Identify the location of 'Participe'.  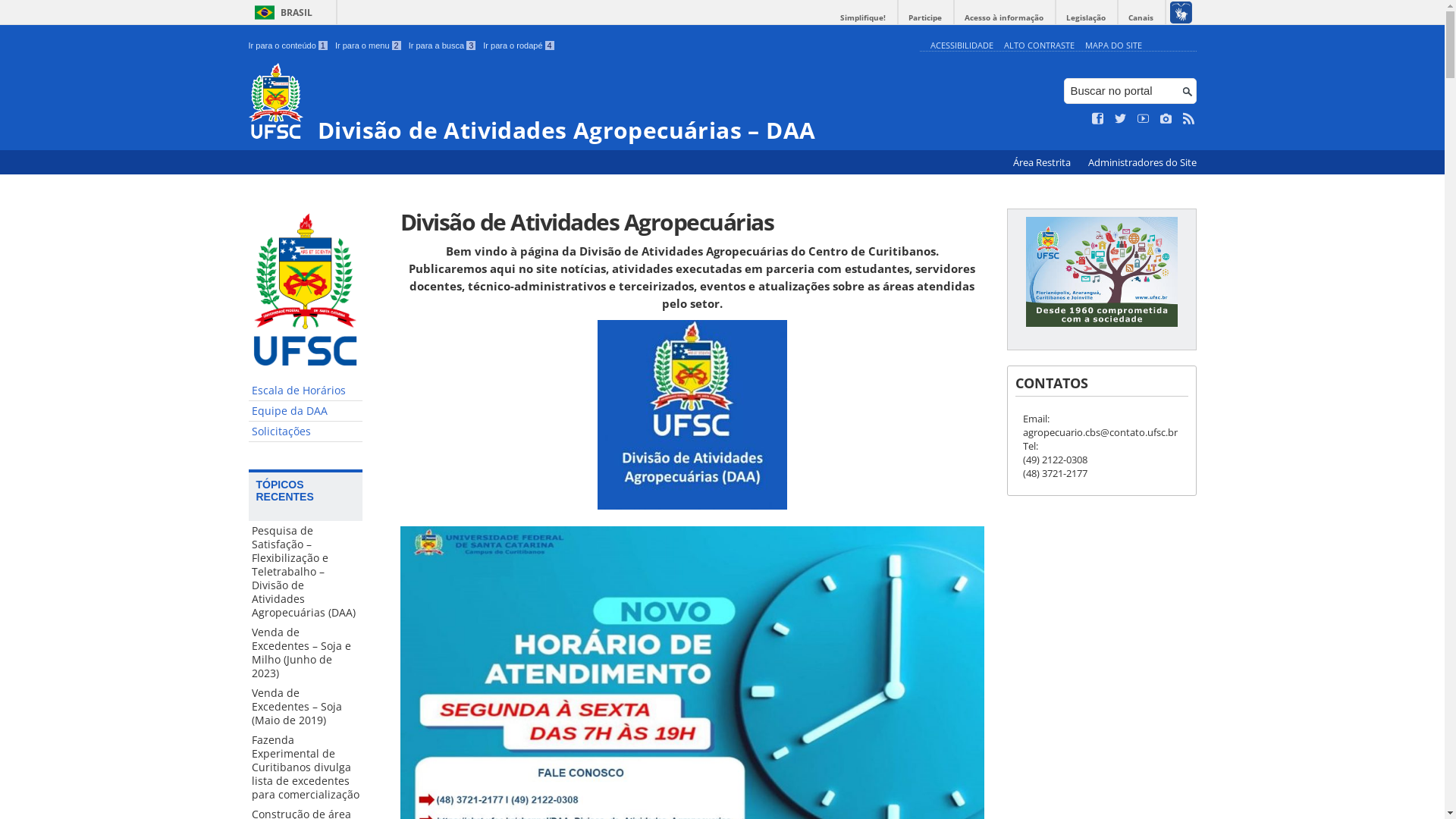
(924, 17).